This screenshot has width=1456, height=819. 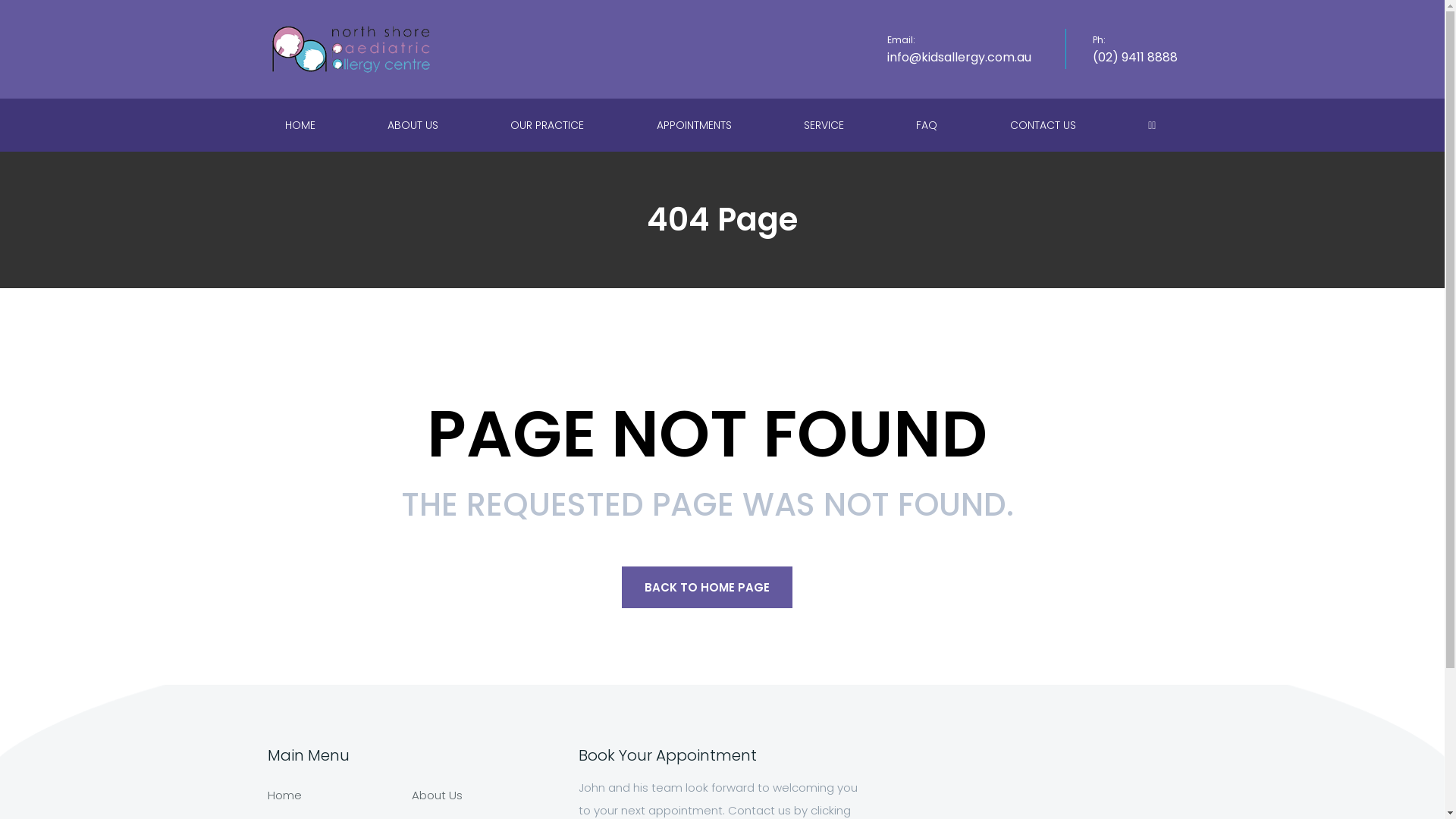 What do you see at coordinates (927, 124) in the screenshot?
I see `'FAQ'` at bounding box center [927, 124].